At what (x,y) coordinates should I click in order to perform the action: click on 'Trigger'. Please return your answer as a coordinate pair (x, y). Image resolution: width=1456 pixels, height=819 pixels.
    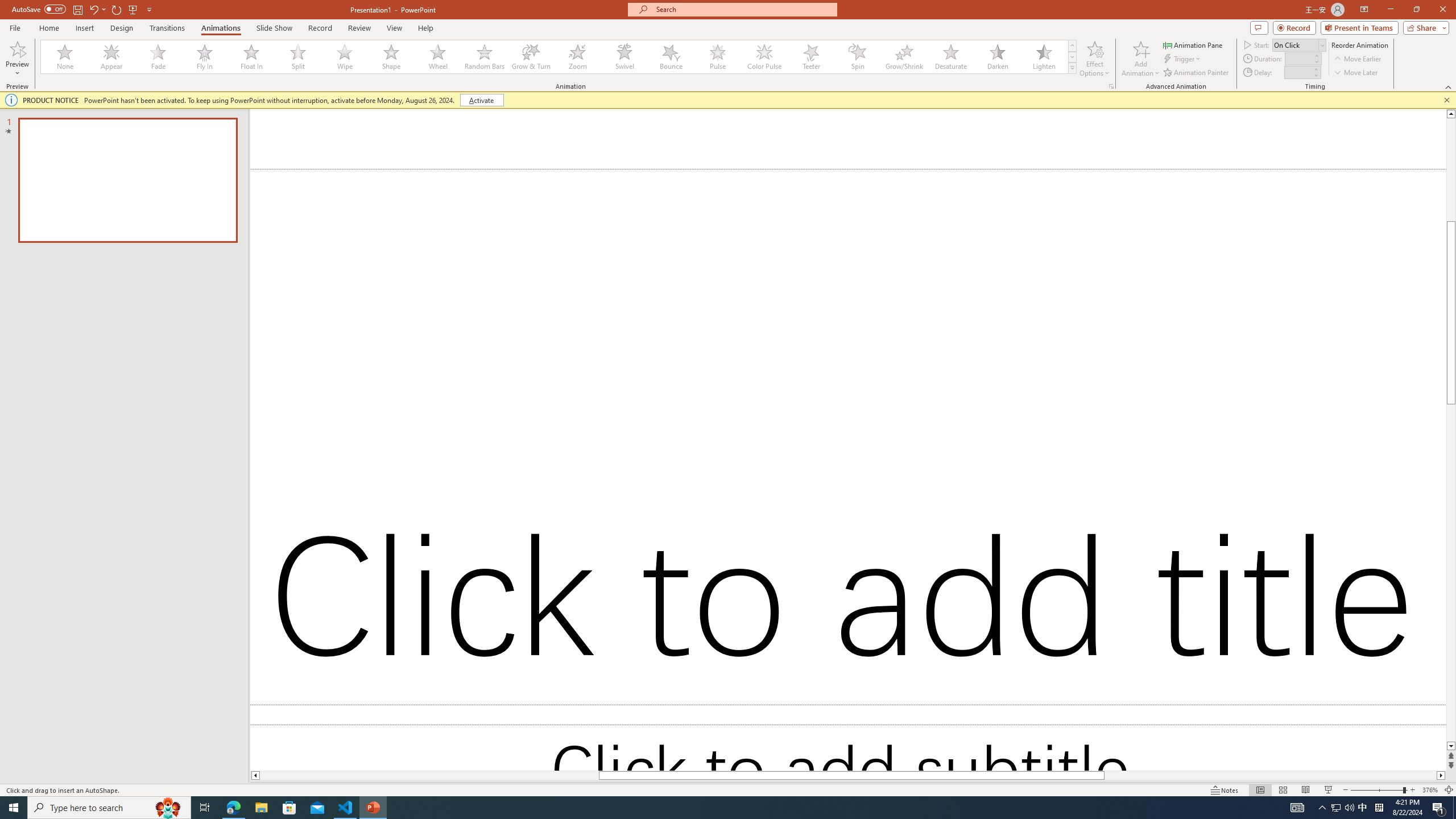
    Looking at the image, I should click on (1182, 59).